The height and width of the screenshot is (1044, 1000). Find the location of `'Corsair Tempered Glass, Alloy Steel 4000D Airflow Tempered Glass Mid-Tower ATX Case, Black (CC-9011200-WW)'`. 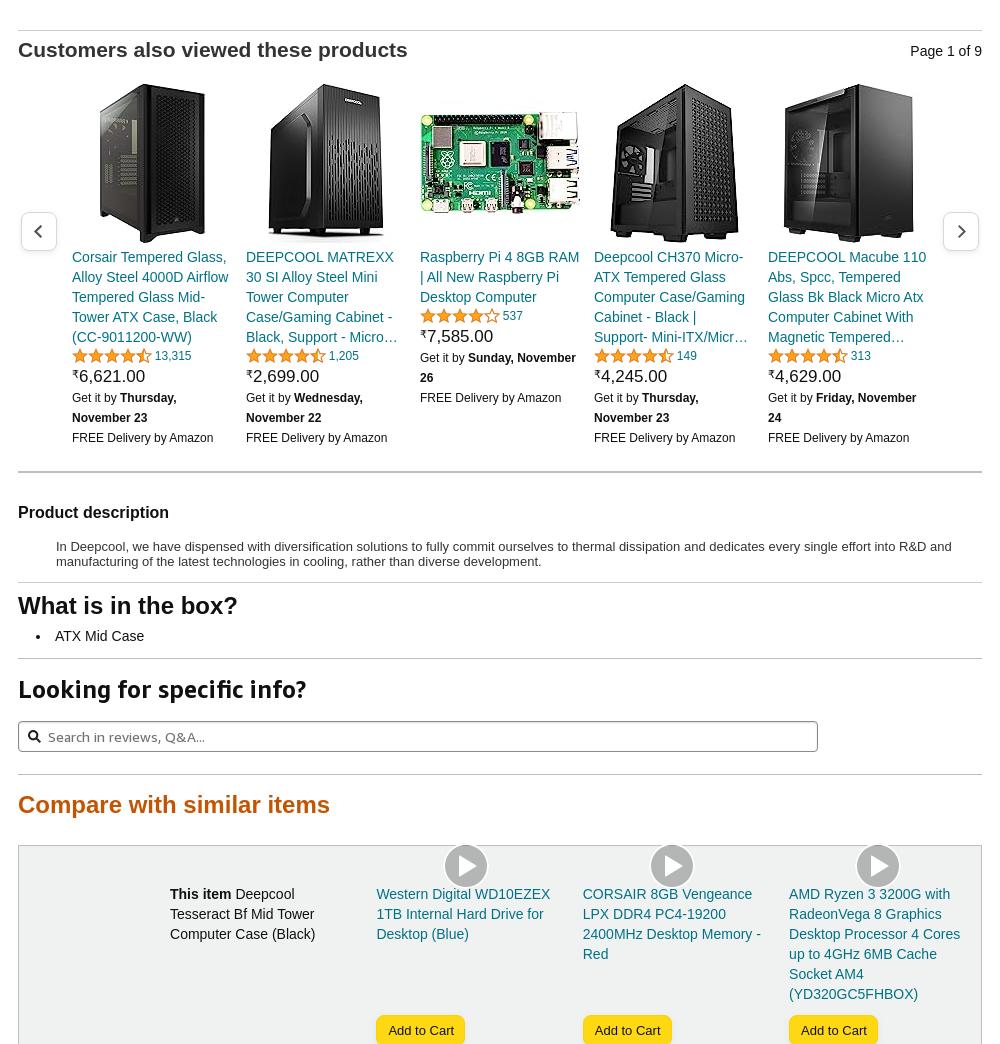

'Corsair Tempered Glass, Alloy Steel 4000D Airflow Tempered Glass Mid-Tower ATX Case, Black (CC-9011200-WW)' is located at coordinates (150, 294).